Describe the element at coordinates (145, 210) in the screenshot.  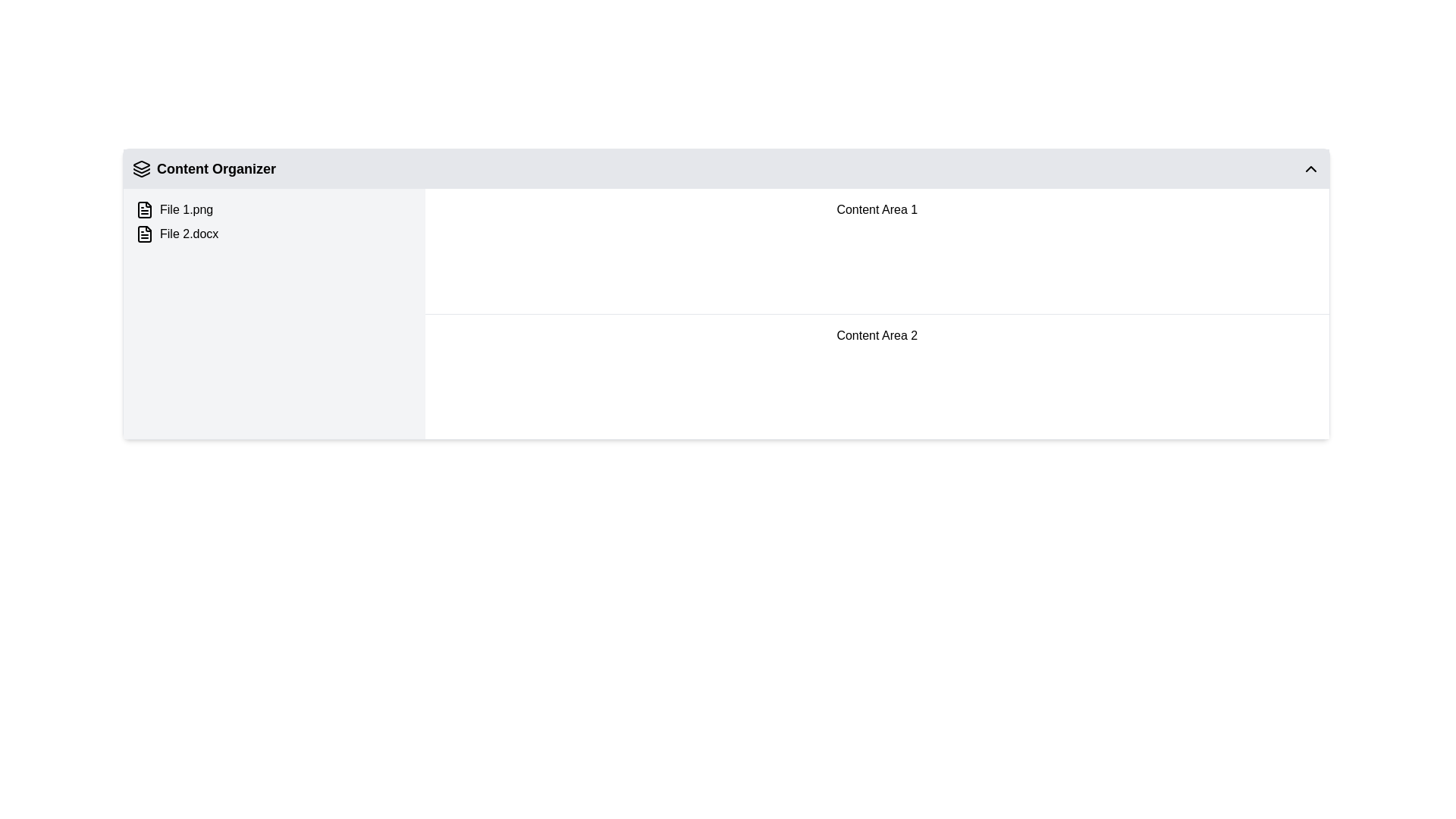
I see `the document icon representing 'File 2.docx', which is a rectangular shape with a folded corner, located in the left section of the file listing` at that location.